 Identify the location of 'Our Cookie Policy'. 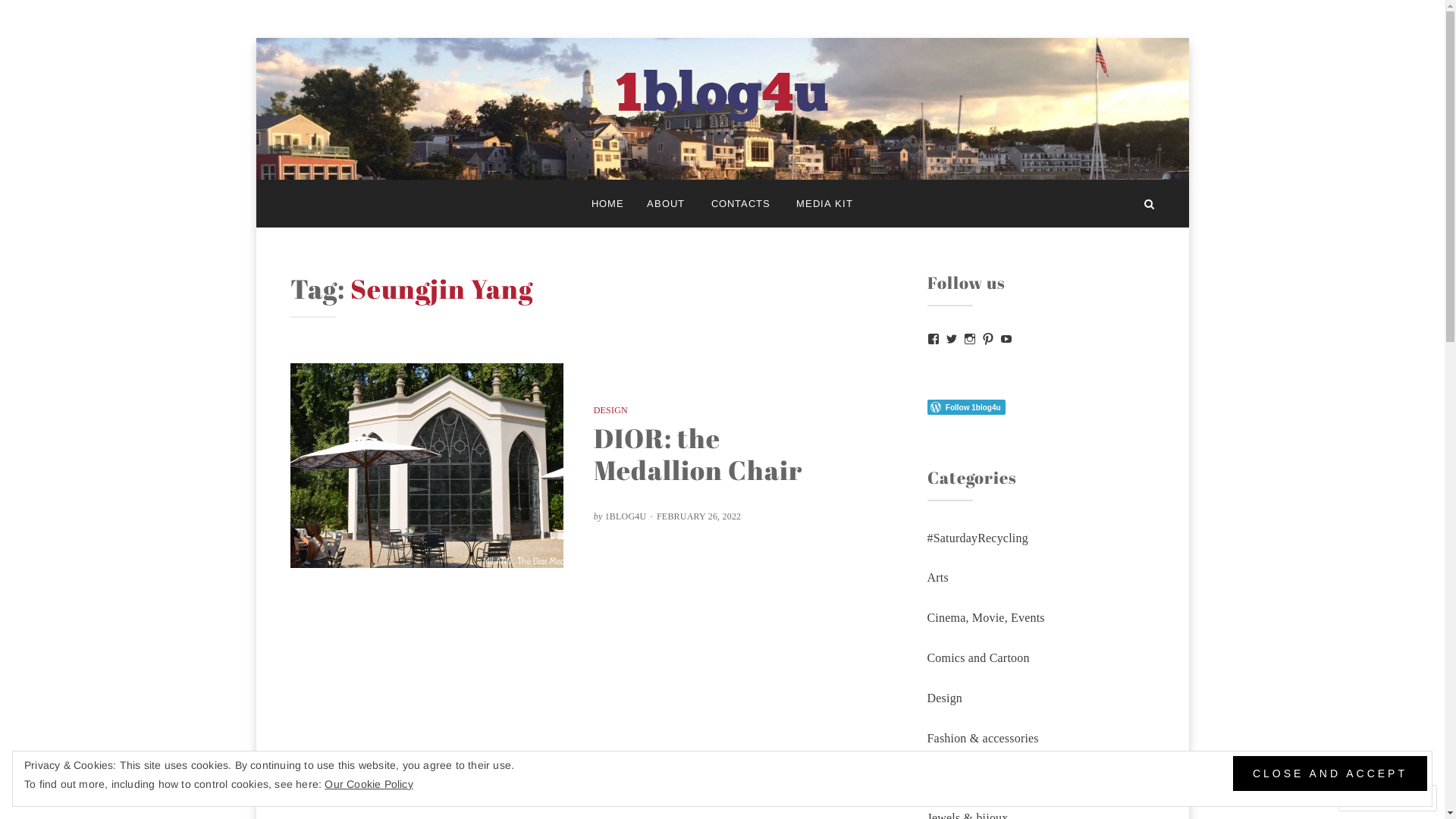
(368, 783).